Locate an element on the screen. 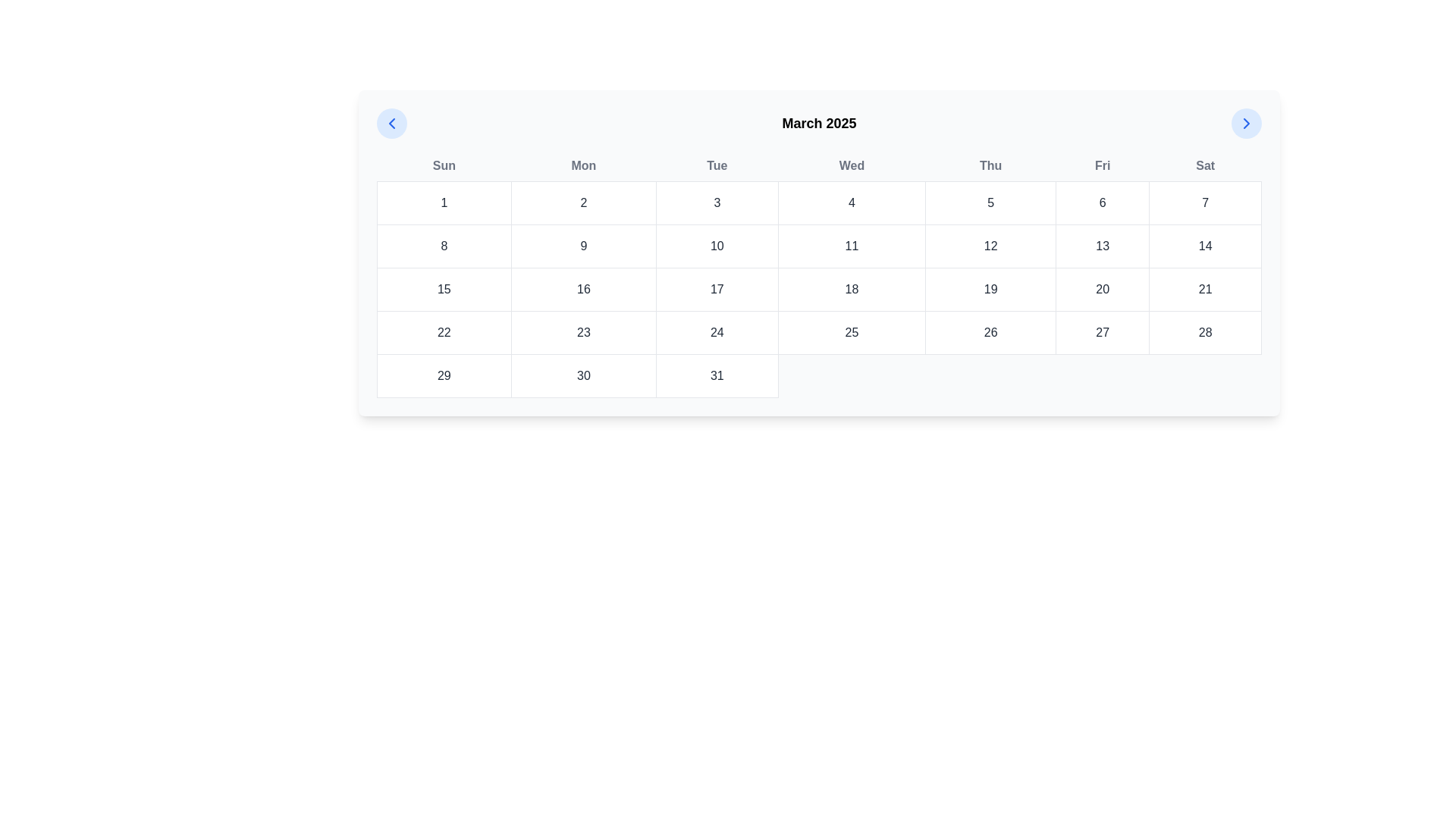  the header label indicating 'Thu', which is the fifth weekday label in the calendar interface is located at coordinates (990, 166).